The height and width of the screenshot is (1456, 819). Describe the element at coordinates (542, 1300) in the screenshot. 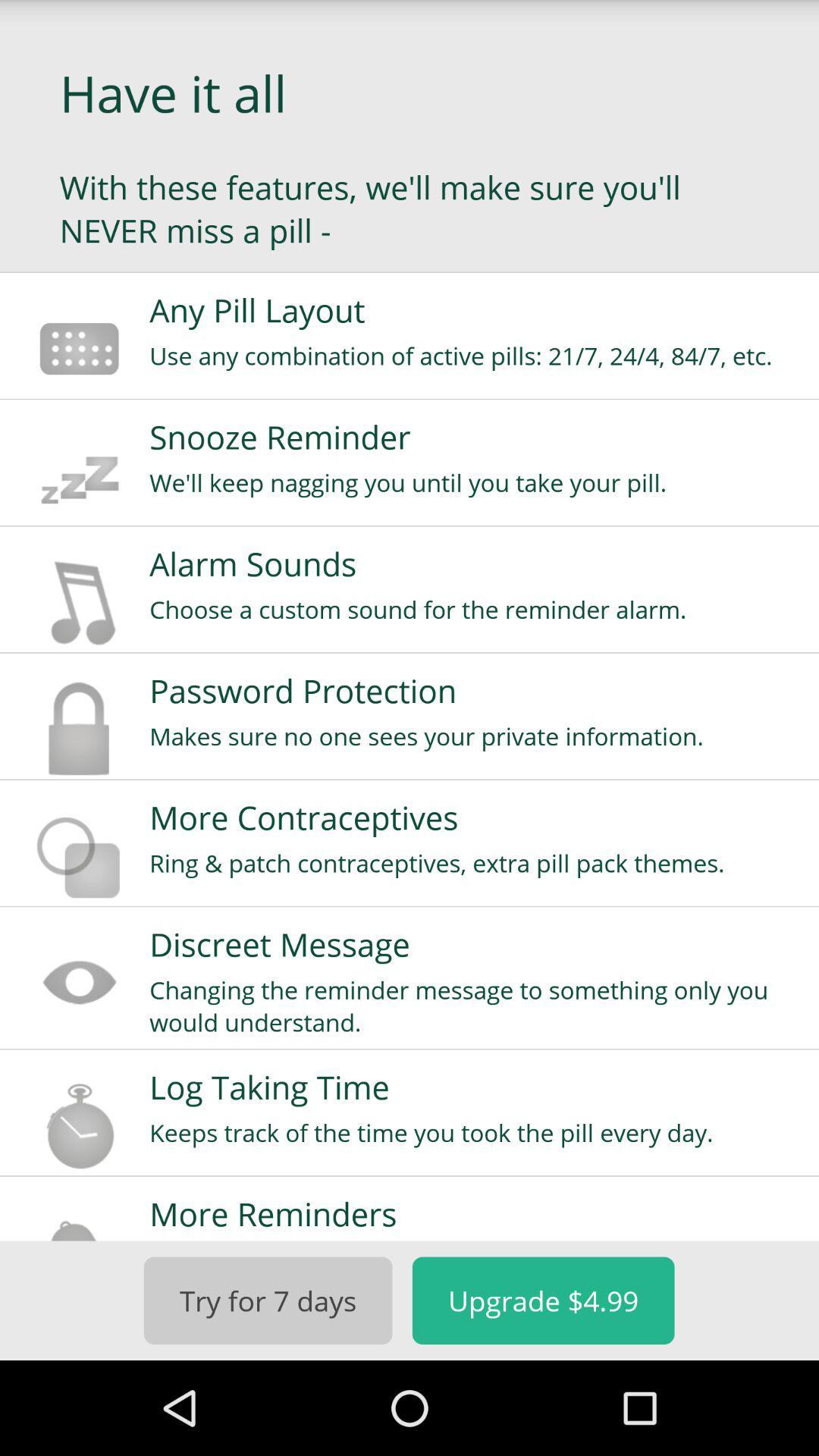

I see `the upgrade $4.99 item` at that location.